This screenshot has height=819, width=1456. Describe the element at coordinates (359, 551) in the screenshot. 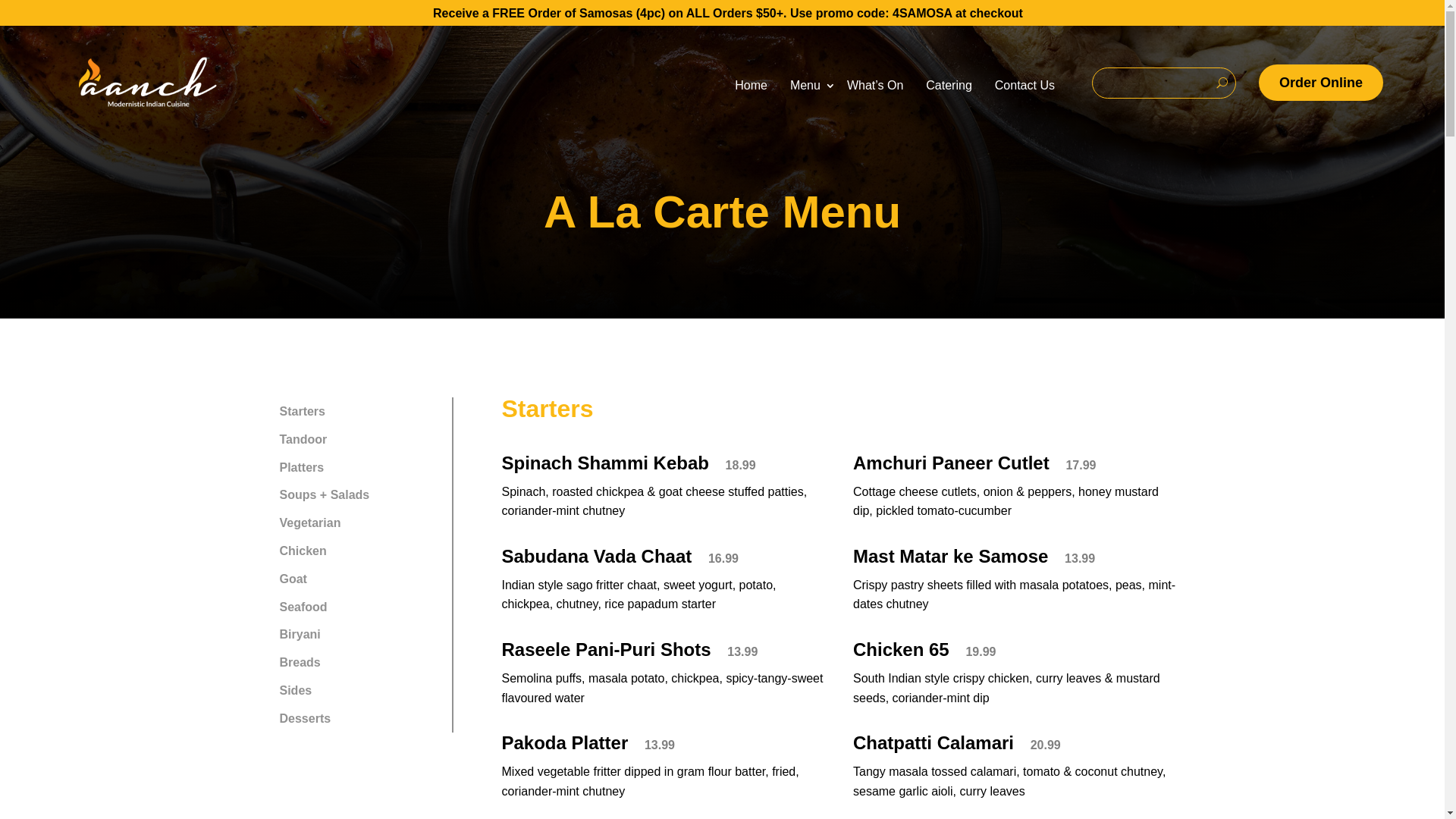

I see `'Chicken'` at that location.